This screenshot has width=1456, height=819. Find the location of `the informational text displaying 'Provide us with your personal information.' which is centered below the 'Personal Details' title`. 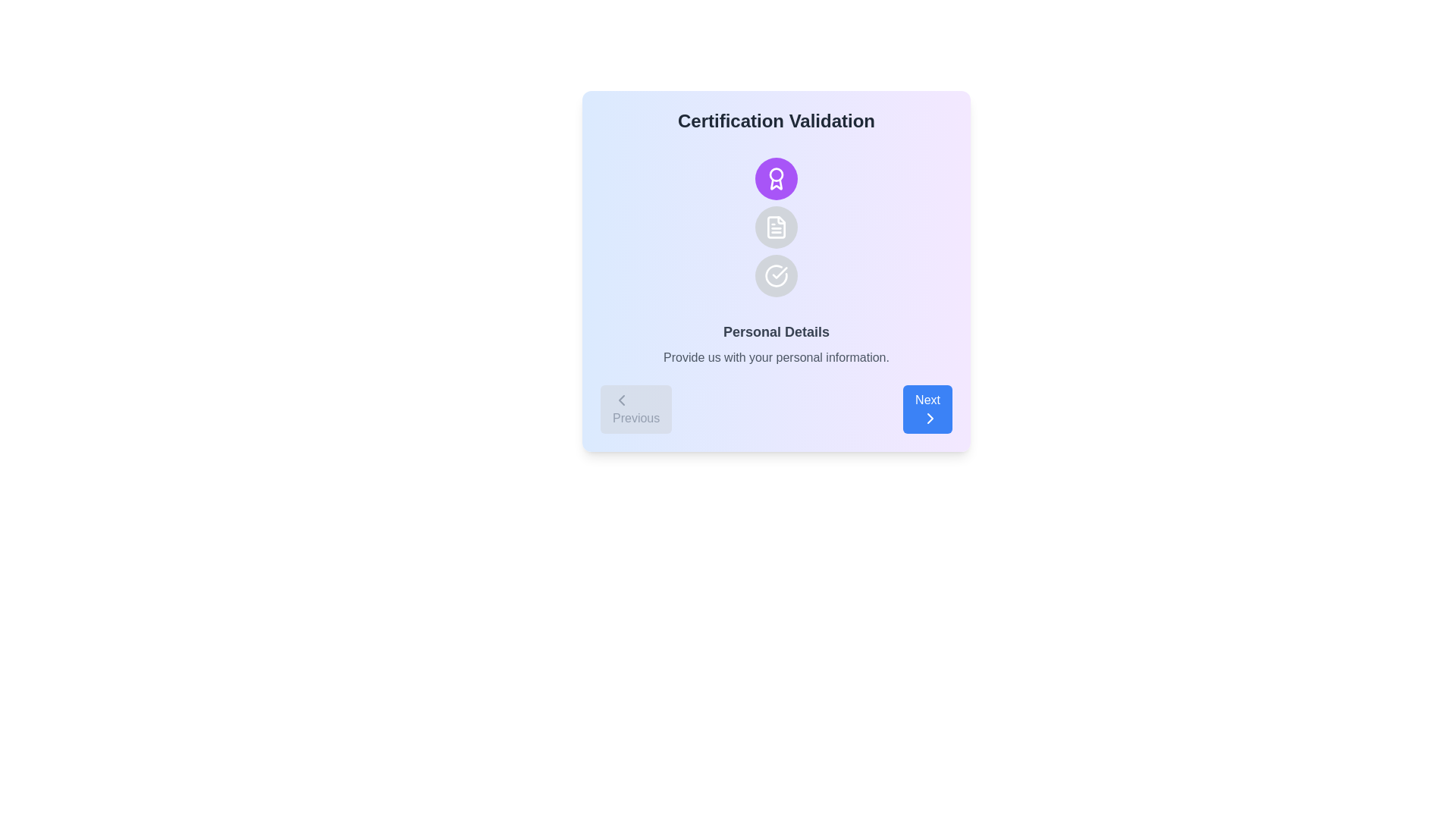

the informational text displaying 'Provide us with your personal information.' which is centered below the 'Personal Details' title is located at coordinates (776, 357).